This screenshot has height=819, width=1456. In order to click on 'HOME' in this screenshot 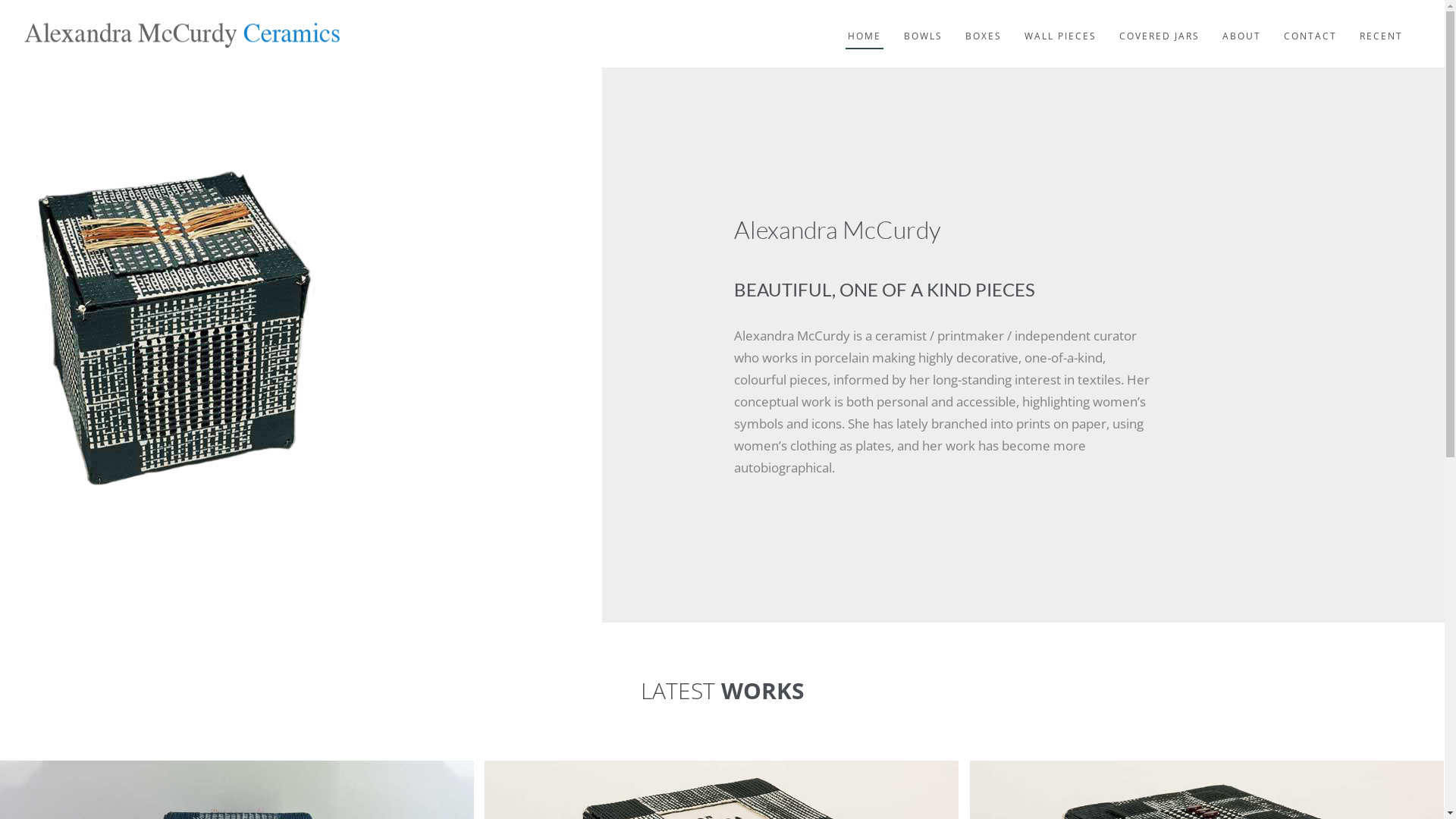, I will do `click(864, 24)`.